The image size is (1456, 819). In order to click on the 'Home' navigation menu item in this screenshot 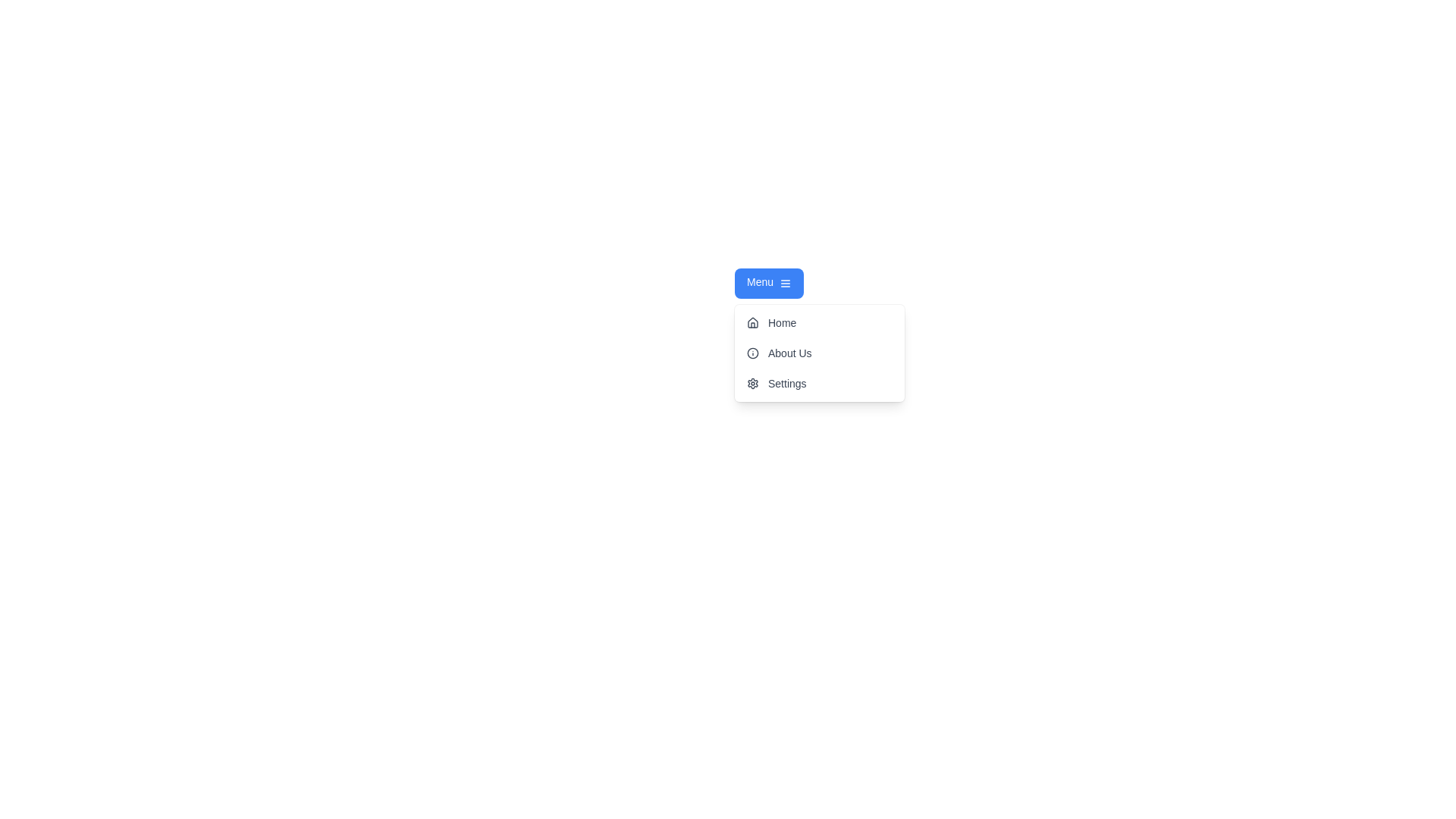, I will do `click(818, 322)`.